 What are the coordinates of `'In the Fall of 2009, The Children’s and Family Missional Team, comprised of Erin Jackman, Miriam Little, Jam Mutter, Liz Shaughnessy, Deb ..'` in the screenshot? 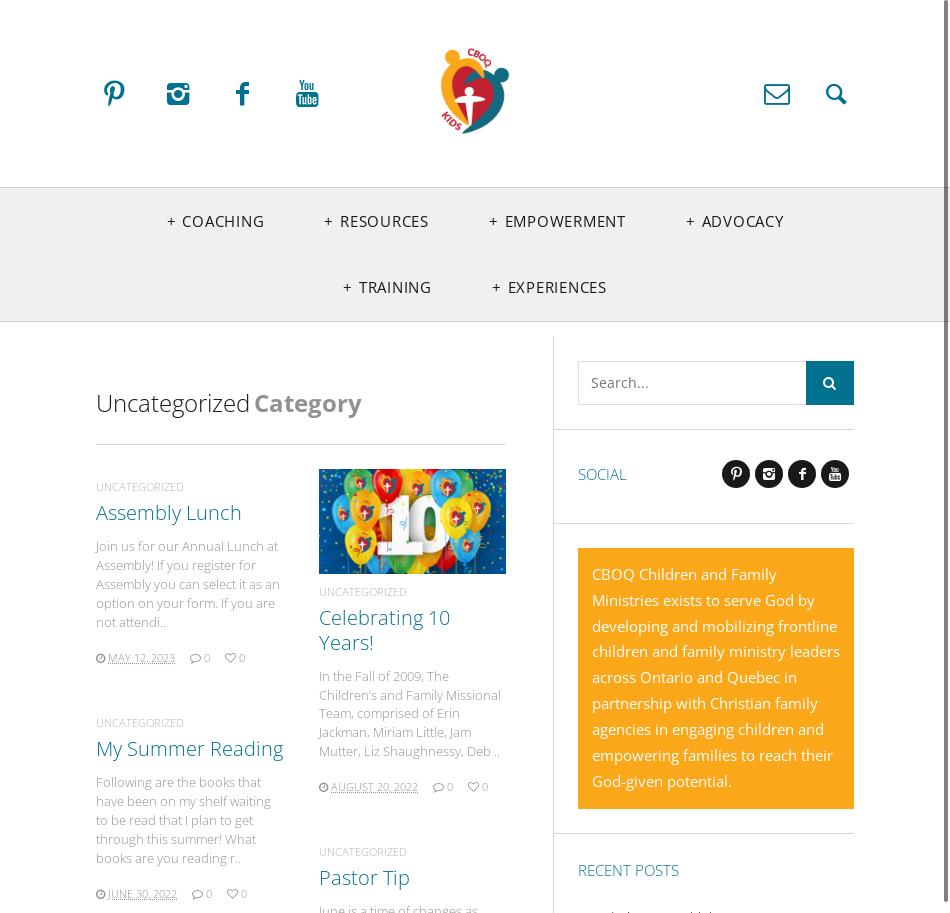 It's located at (409, 711).